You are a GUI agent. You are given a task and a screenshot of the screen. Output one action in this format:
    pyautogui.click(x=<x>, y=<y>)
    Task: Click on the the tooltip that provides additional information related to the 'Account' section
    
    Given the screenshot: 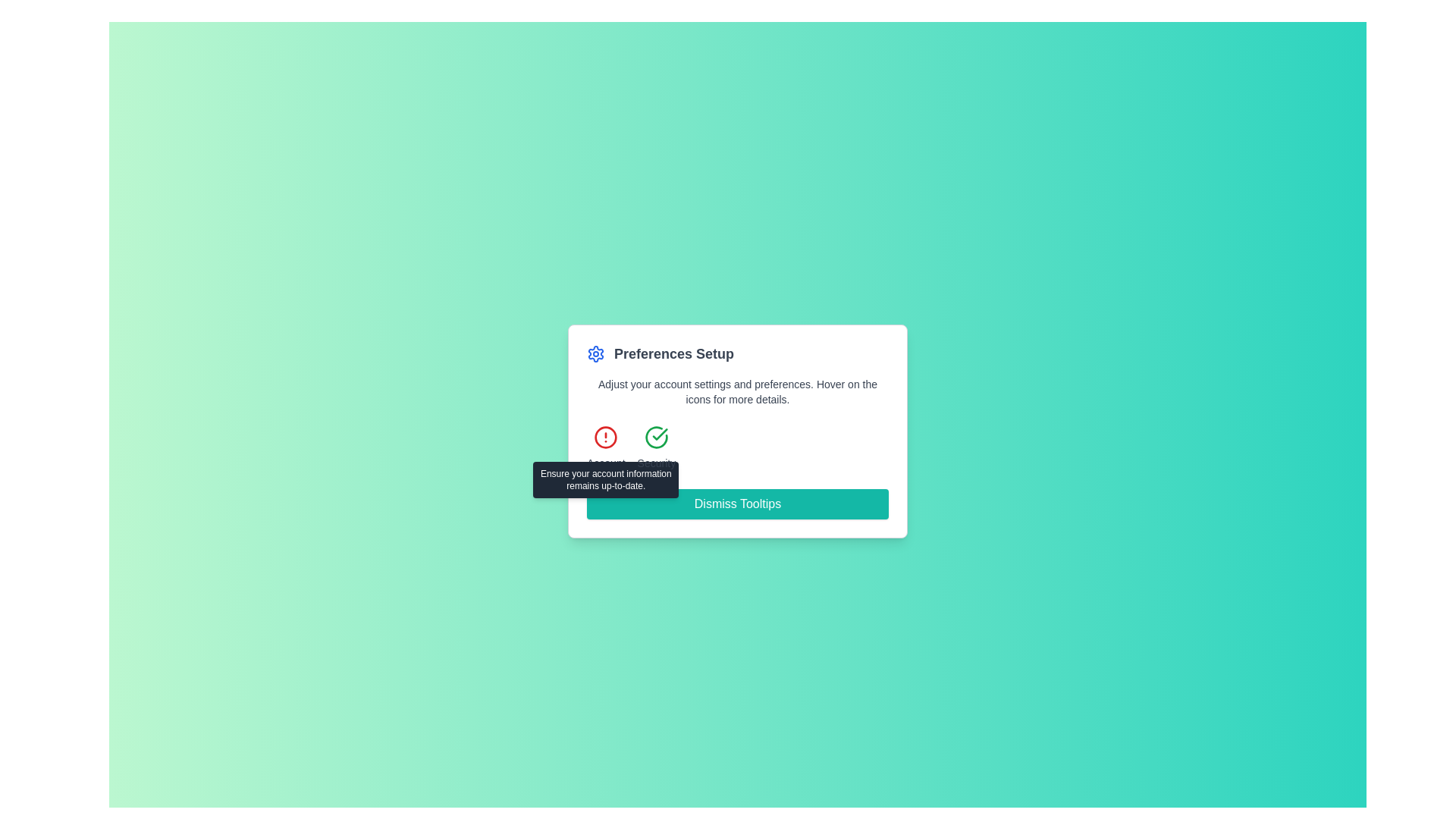 What is the action you would take?
    pyautogui.click(x=605, y=479)
    